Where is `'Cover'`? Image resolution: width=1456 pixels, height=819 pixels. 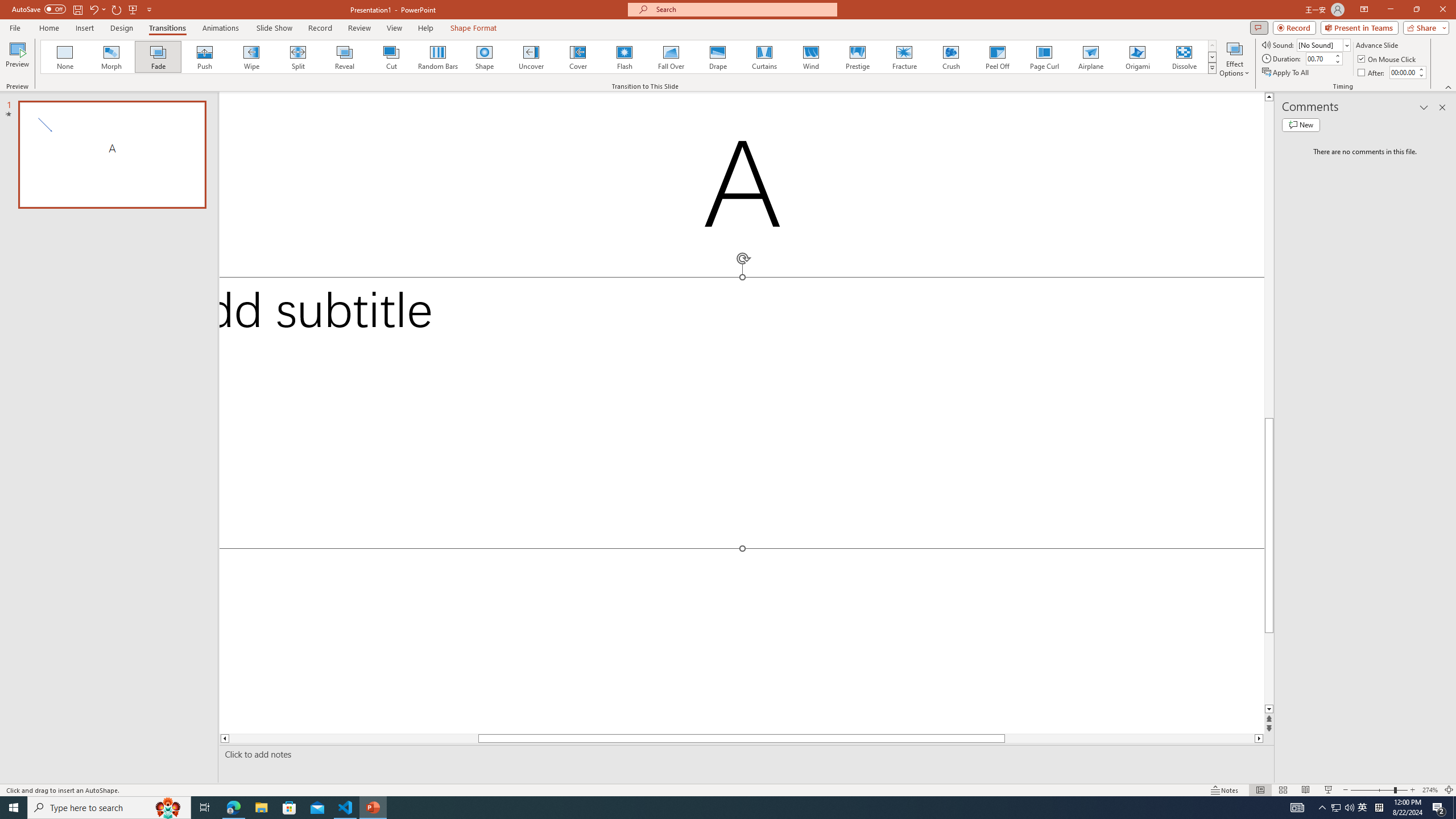
'Cover' is located at coordinates (577, 56).